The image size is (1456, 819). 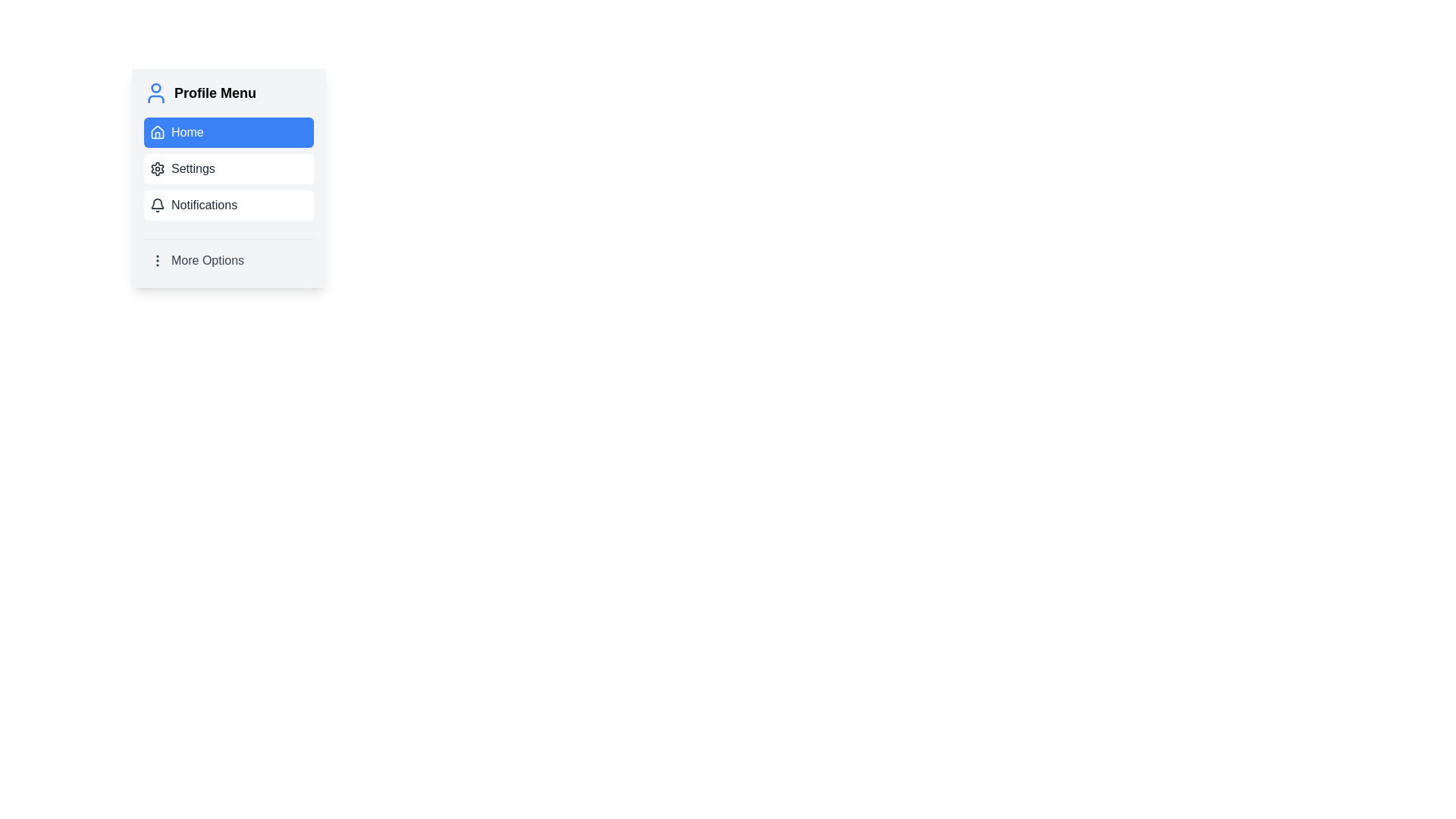 What do you see at coordinates (156, 99) in the screenshot?
I see `the graphical icon component that resembles the bottom portion of a user profile icon, located in the 'Profile Menu' section above the 'Home' button` at bounding box center [156, 99].